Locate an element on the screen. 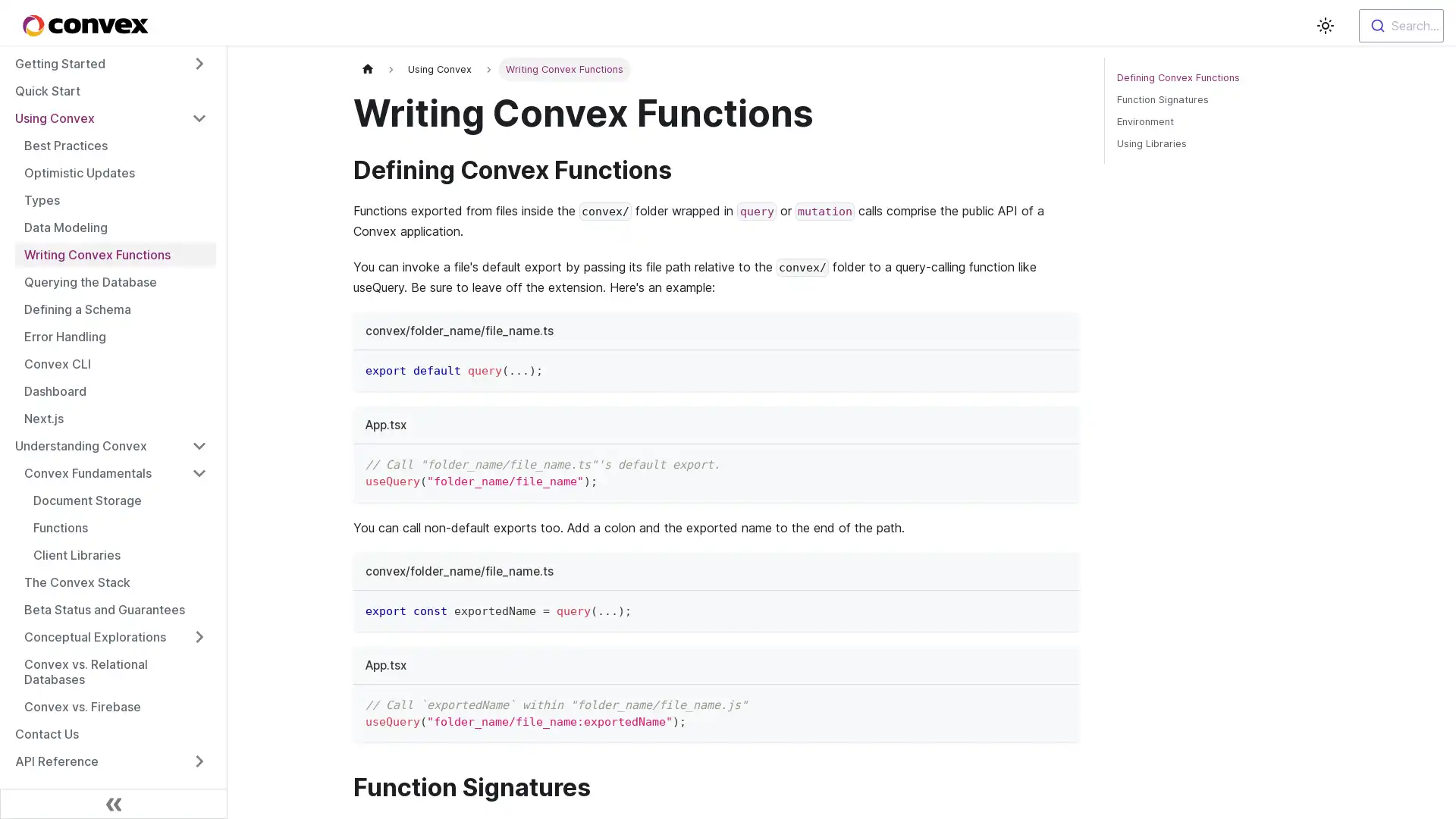 The image size is (1456, 819). Switch between dark and light mode (currently light mode) is located at coordinates (1324, 26).